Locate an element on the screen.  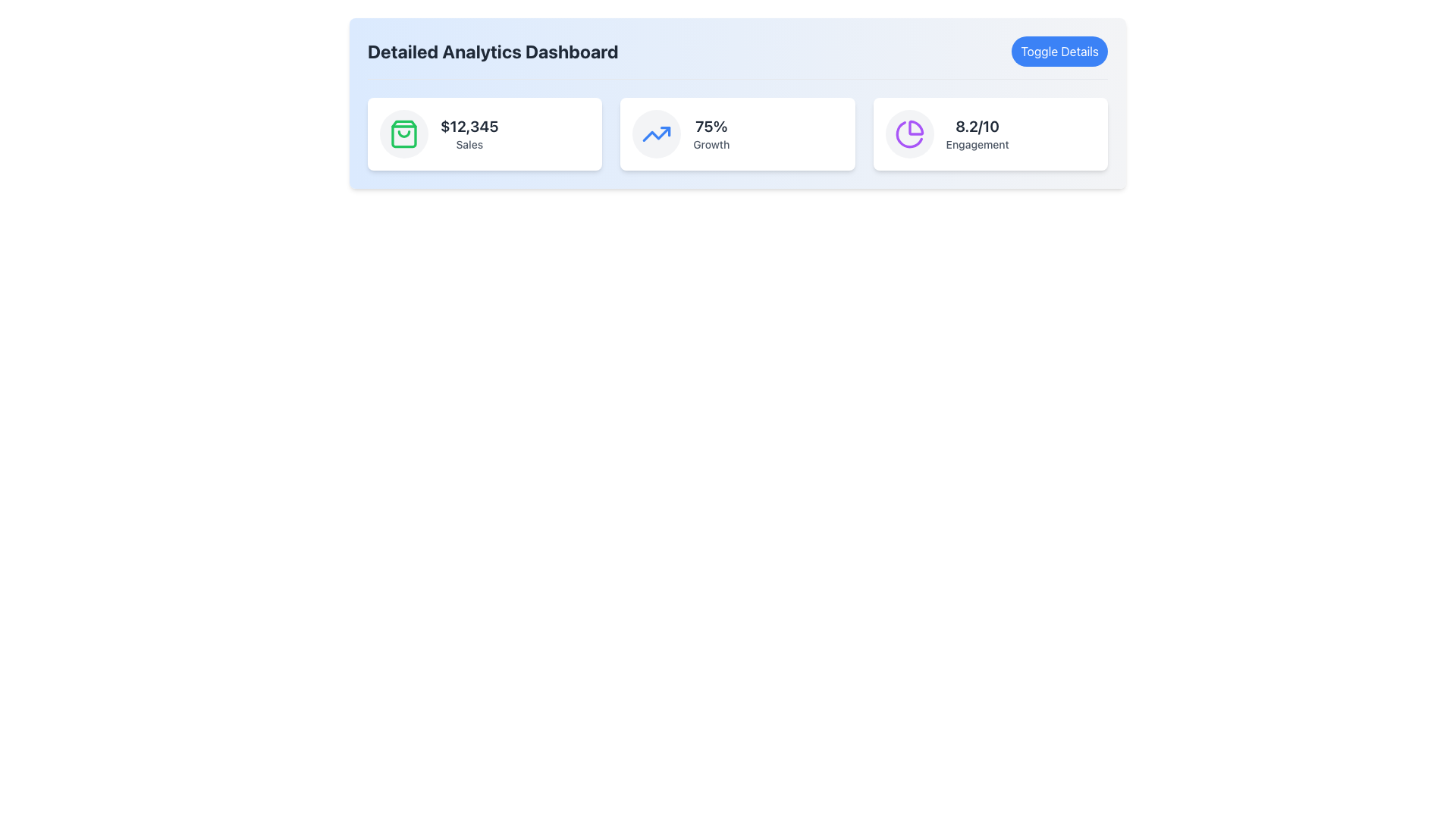
the '75%' percentage value Text Label that displays the Growth metric in the analytics dashboard, located in the second card at the top center position is located at coordinates (711, 125).